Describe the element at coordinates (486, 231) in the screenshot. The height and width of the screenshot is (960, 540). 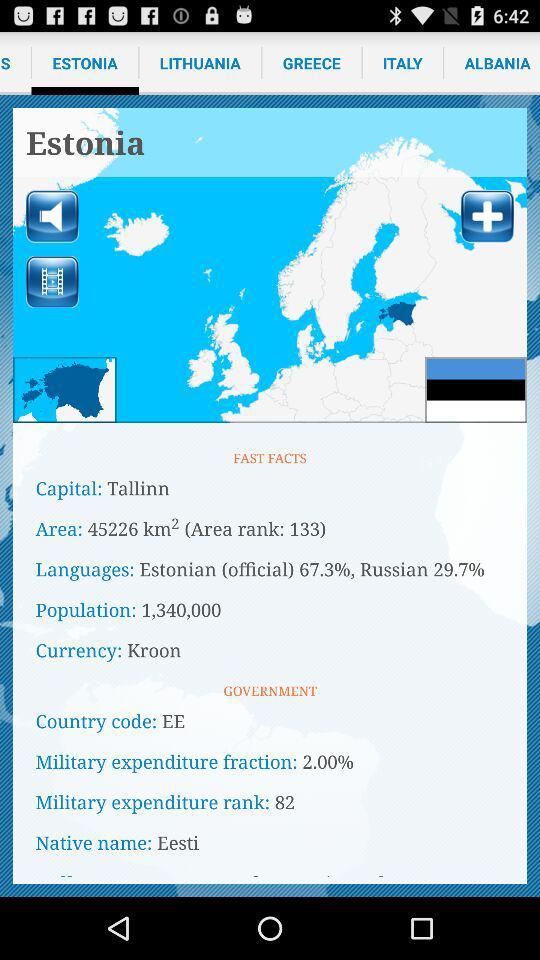
I see `the add icon` at that location.